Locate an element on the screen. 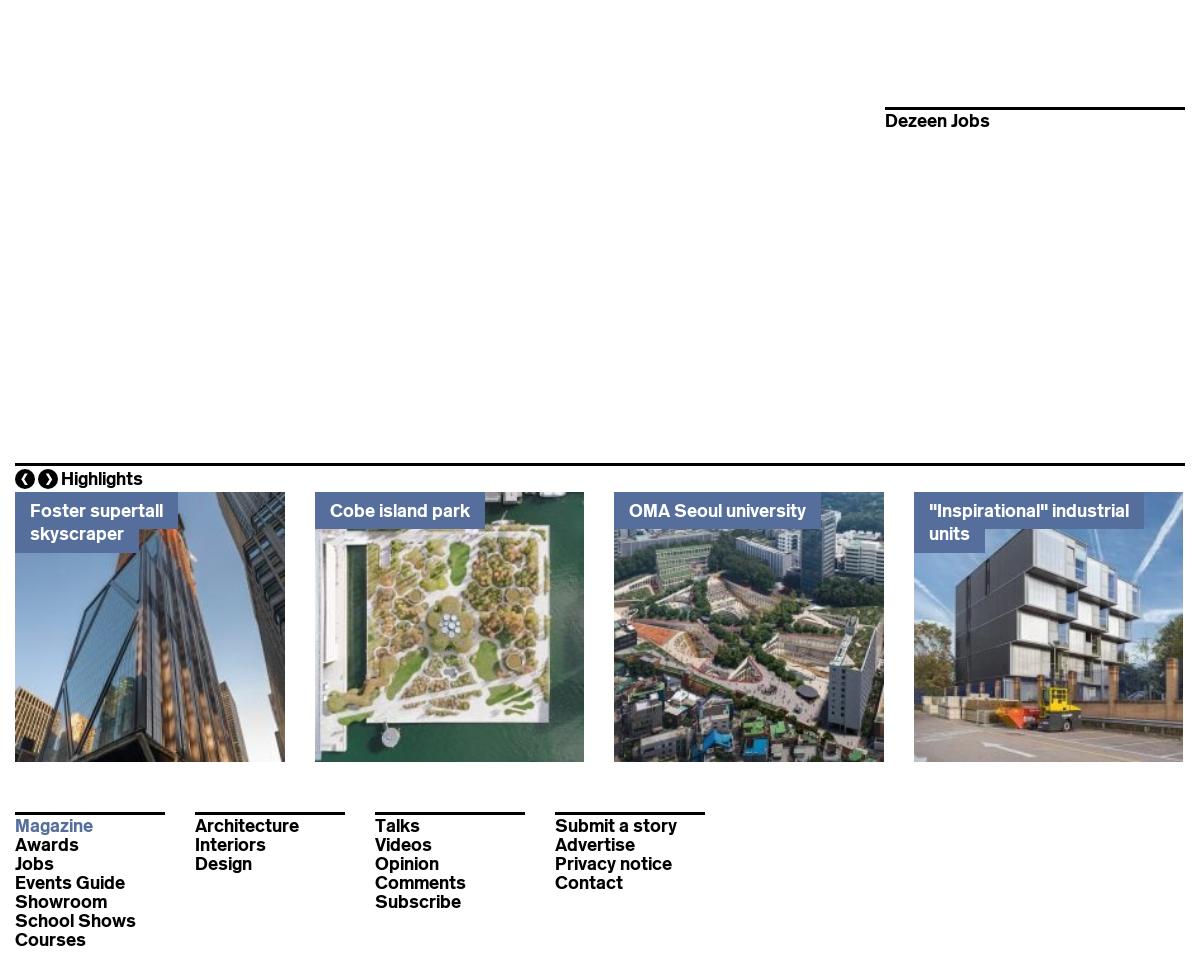 Image resolution: width=1200 pixels, height=974 pixels. 'Awards' is located at coordinates (47, 845).